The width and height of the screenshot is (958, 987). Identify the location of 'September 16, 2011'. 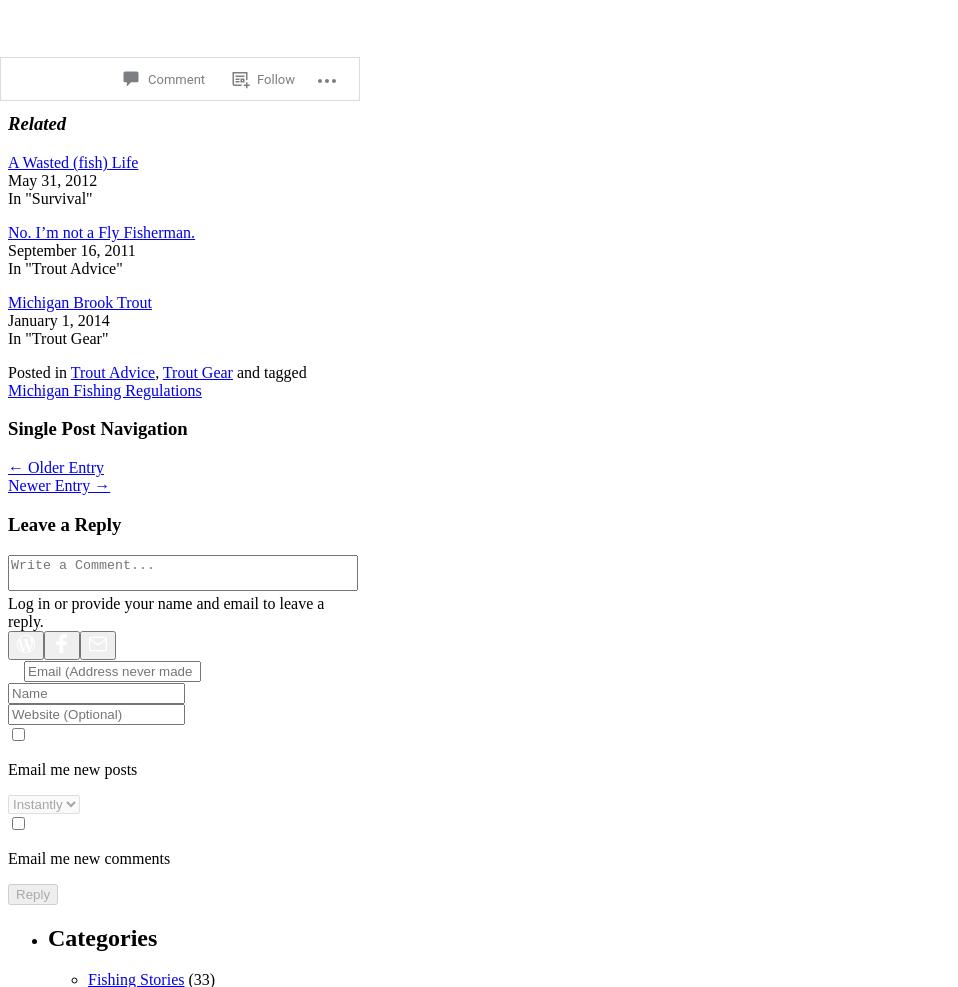
(70, 249).